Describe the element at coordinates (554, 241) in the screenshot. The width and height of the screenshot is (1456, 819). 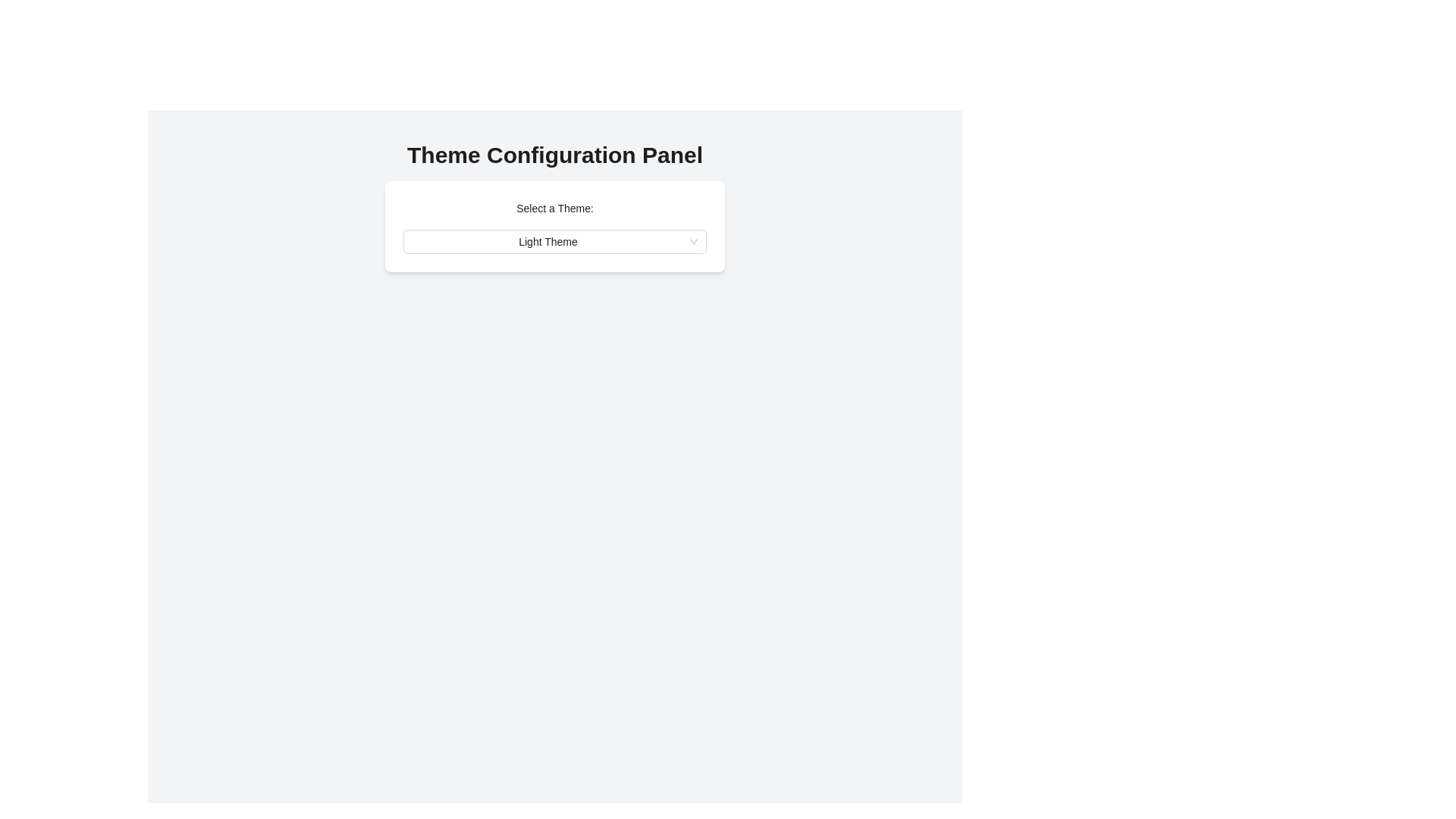
I see `the dropdown menu labeled 'Light Theme' located in the 'Theme Configuration Panel'` at that location.